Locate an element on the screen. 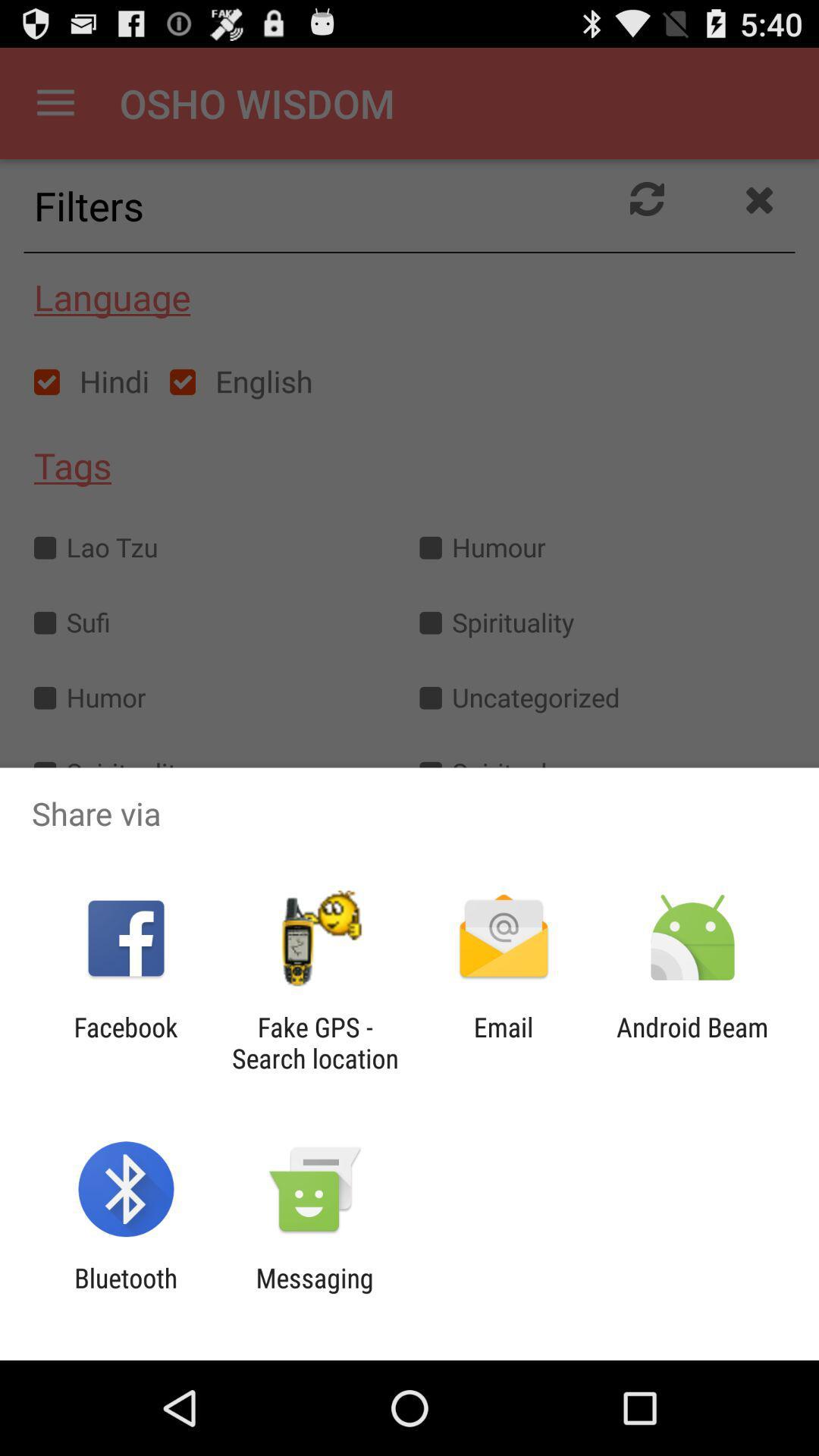 Image resolution: width=819 pixels, height=1456 pixels. the bluetooth is located at coordinates (125, 1293).